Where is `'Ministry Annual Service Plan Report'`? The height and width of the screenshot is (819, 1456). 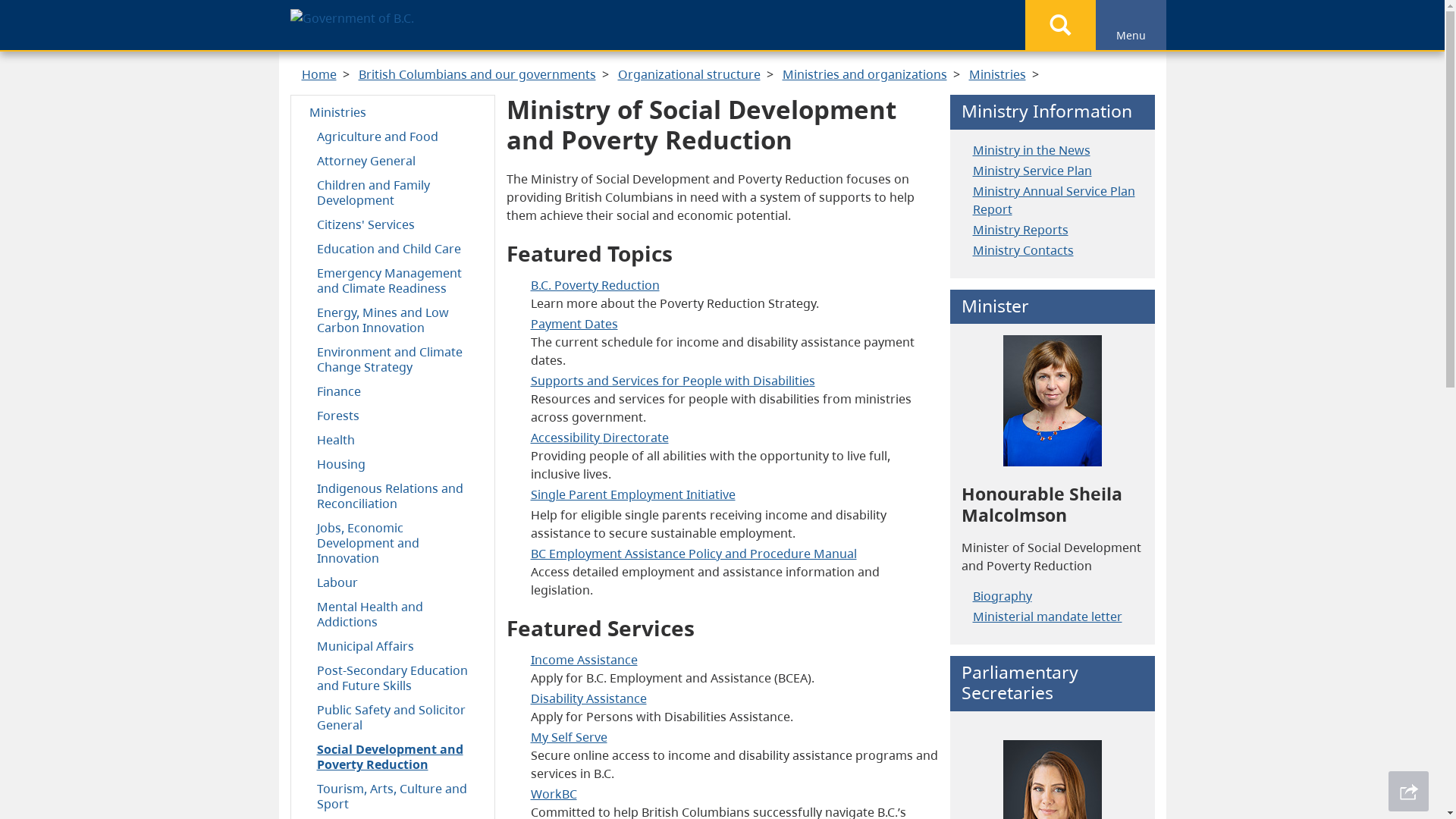 'Ministry Annual Service Plan Report' is located at coordinates (1052, 199).